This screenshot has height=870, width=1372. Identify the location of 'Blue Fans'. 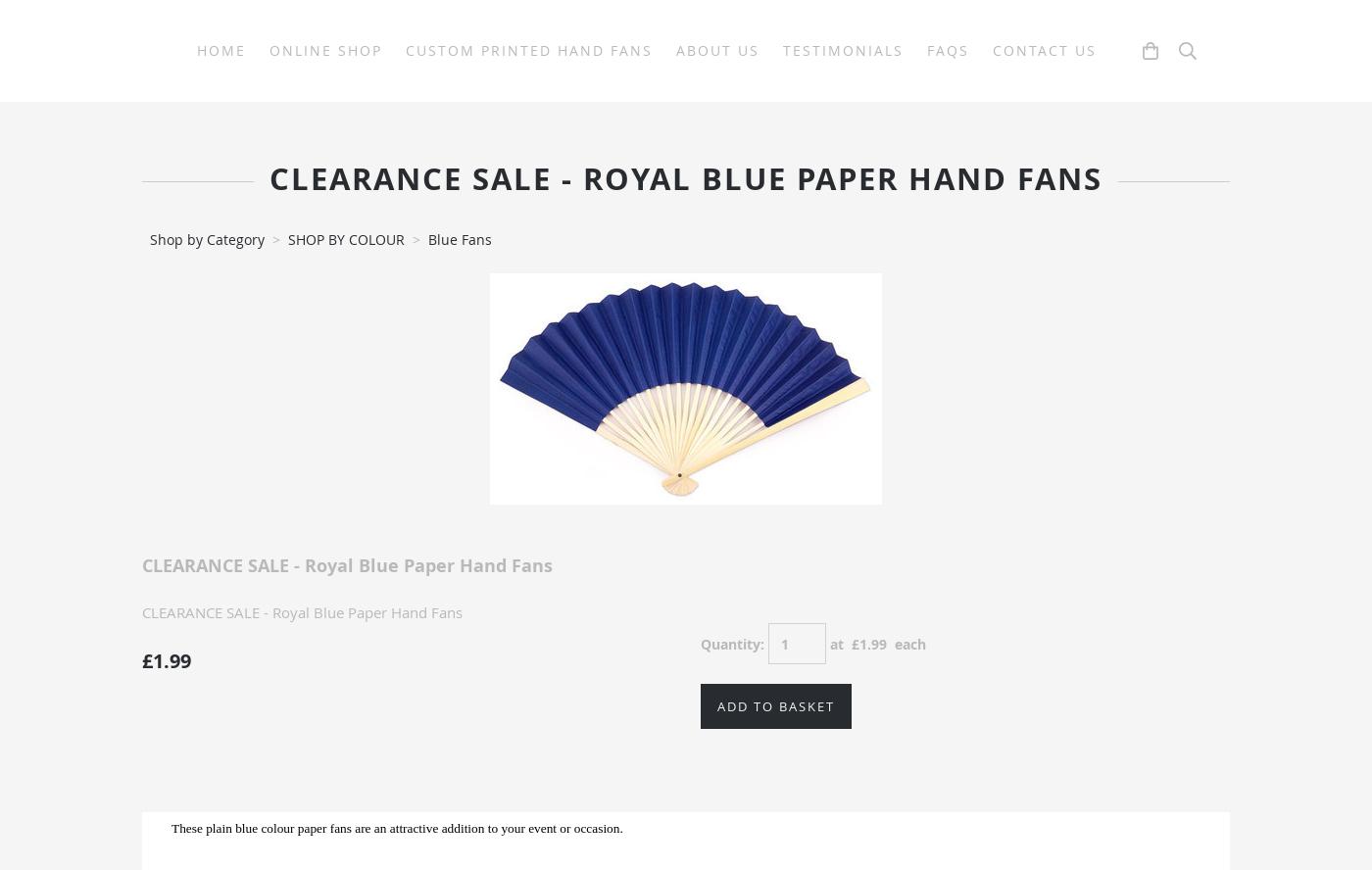
(460, 239).